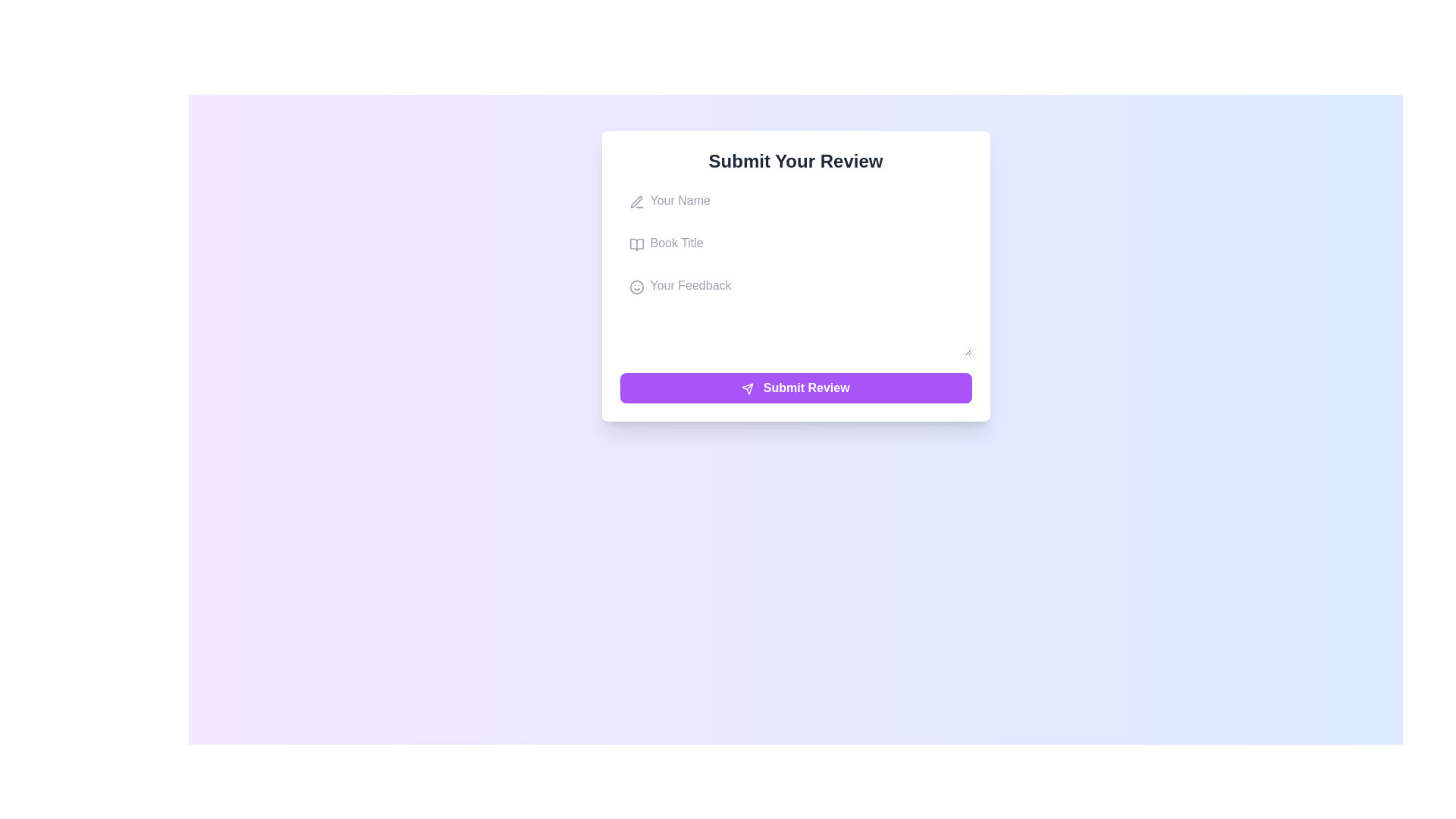 Image resolution: width=1456 pixels, height=819 pixels. What do you see at coordinates (636, 287) in the screenshot?
I see `the smiling face SVG icon located on the left side of the 'Your Feedback' text area in the feedback form` at bounding box center [636, 287].